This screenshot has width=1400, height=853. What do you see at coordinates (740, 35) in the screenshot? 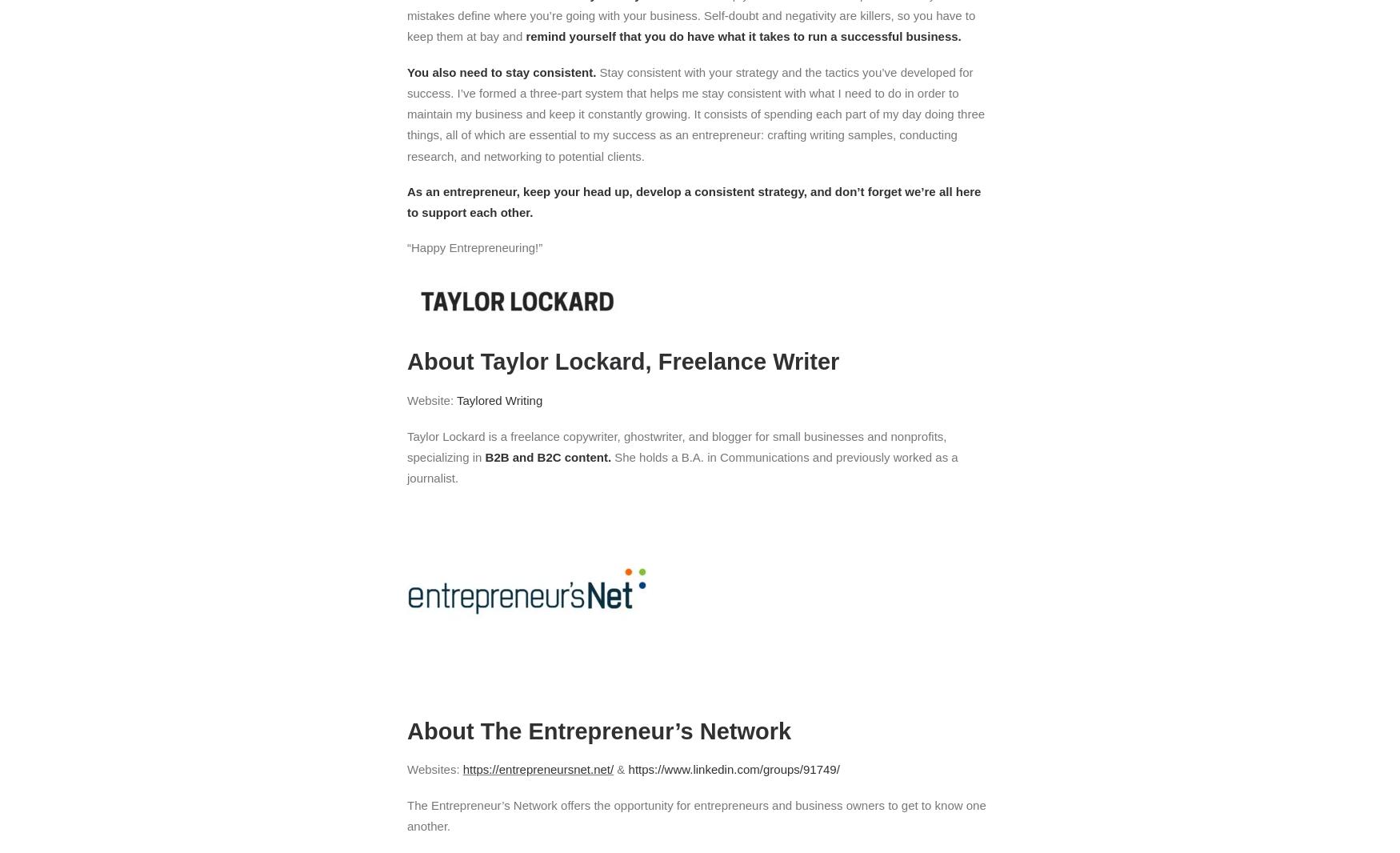
I see `'remind yourself that you do have what it takes to run a successful business.'` at bounding box center [740, 35].